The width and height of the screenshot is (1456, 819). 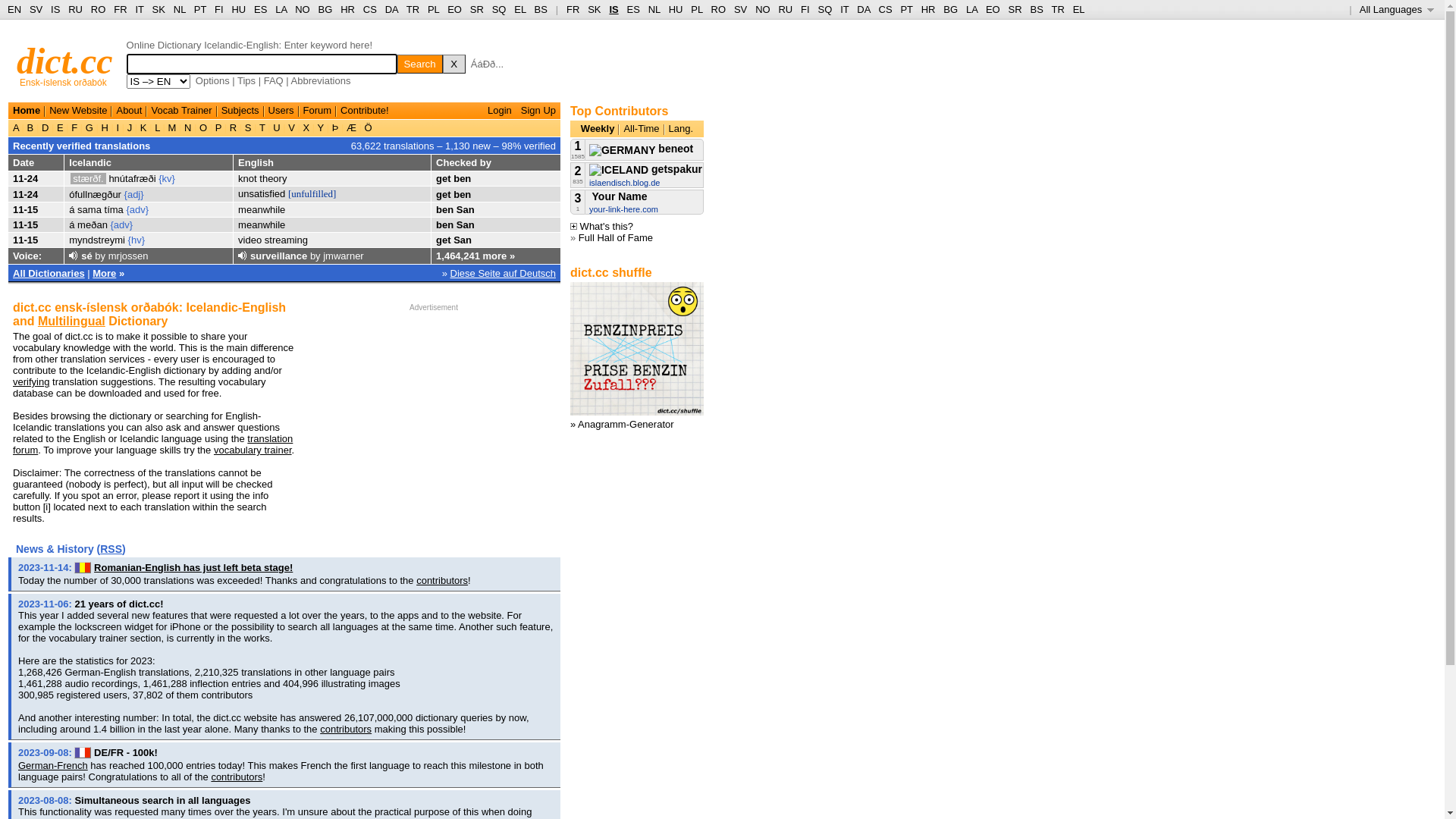 What do you see at coordinates (843, 9) in the screenshot?
I see `'IT'` at bounding box center [843, 9].